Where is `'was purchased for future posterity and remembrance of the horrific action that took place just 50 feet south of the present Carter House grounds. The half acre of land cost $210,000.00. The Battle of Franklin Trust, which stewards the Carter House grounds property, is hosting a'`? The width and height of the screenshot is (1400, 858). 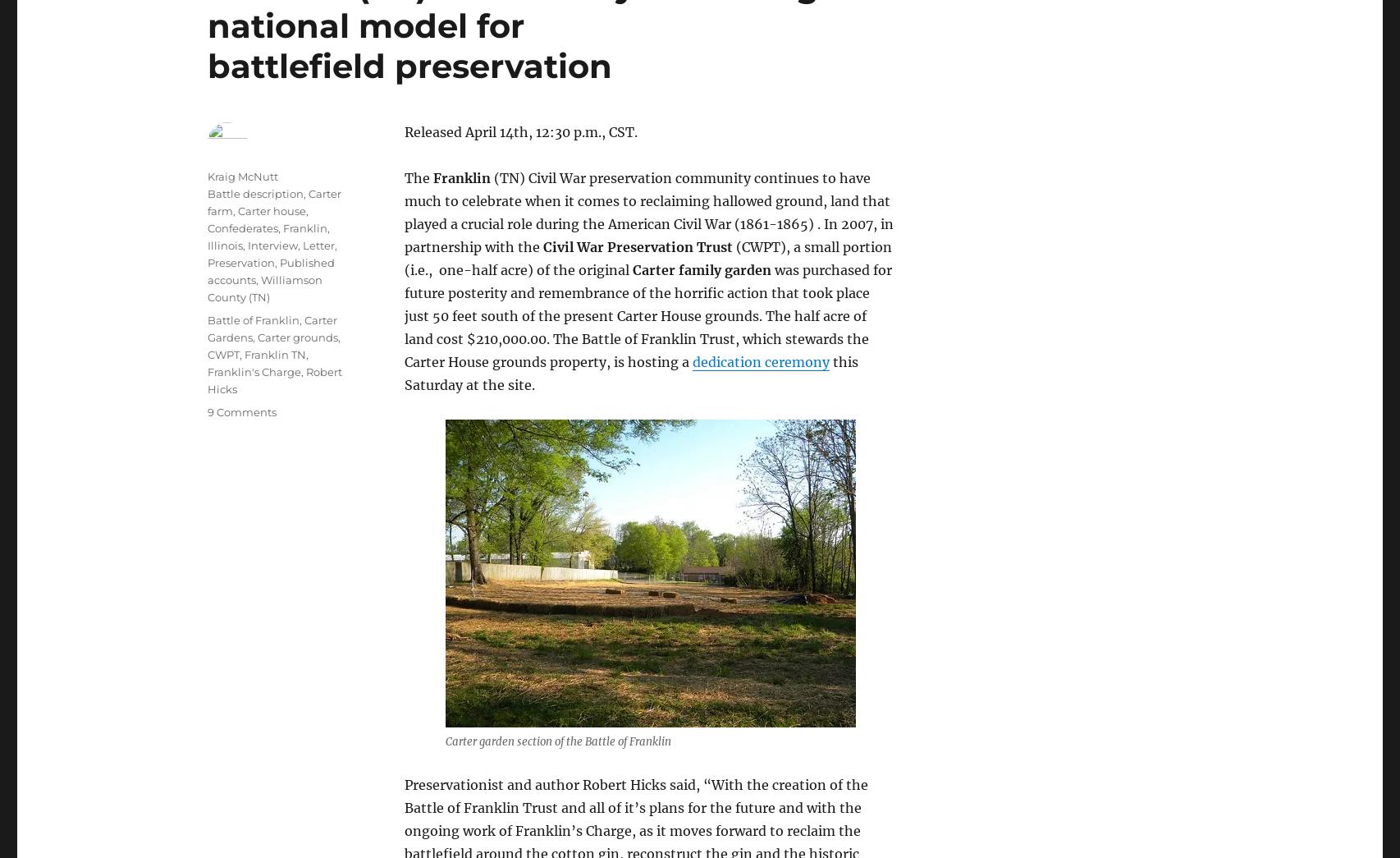
'was purchased for future posterity and remembrance of the horrific action that took place just 50 feet south of the present Carter House grounds. The half acre of land cost $210,000.00. The Battle of Franklin Trust, which stewards the Carter House grounds property, is hosting a' is located at coordinates (647, 314).